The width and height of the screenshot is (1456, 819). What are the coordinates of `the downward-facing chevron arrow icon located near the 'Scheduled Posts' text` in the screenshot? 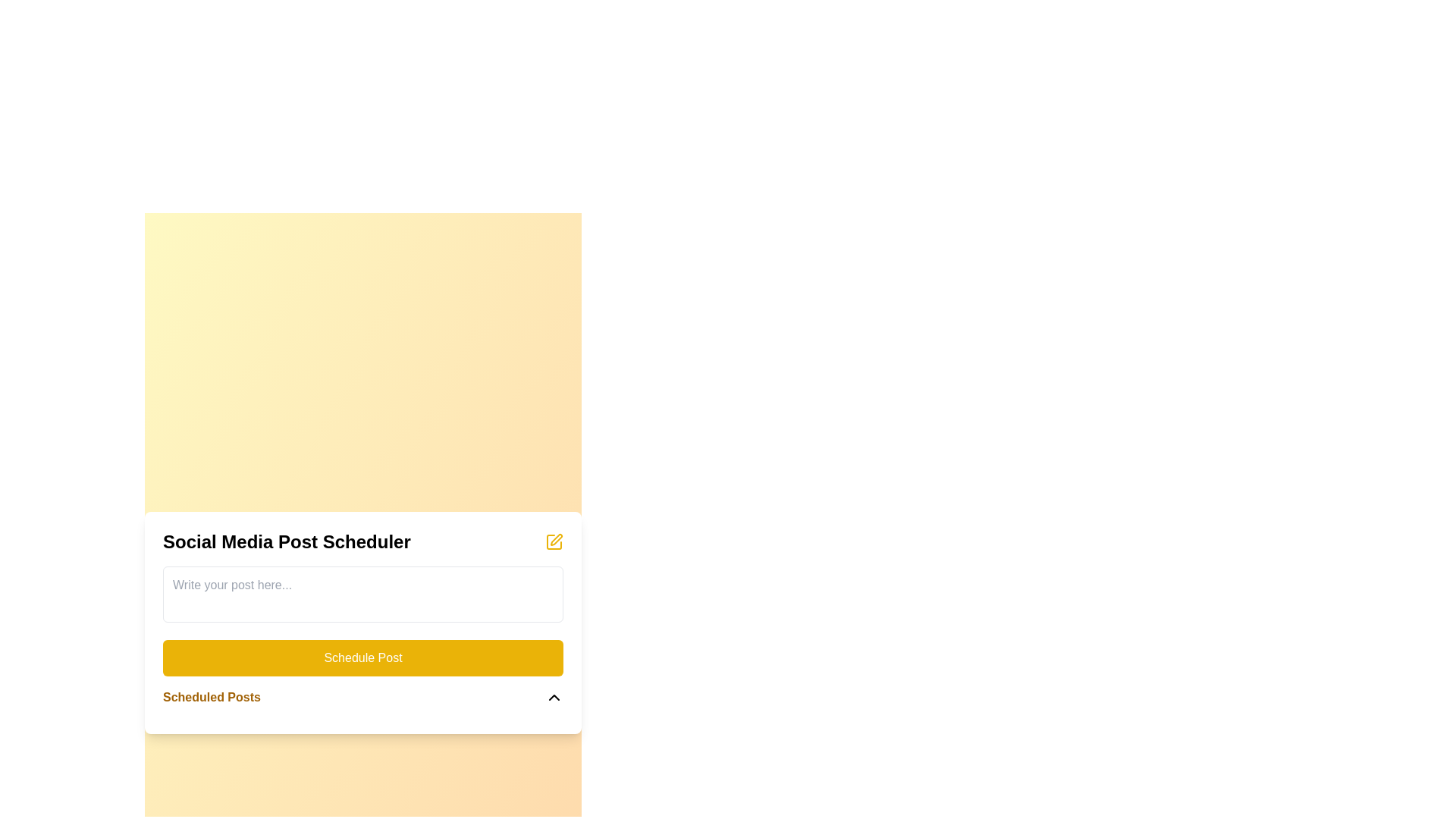 It's located at (553, 697).